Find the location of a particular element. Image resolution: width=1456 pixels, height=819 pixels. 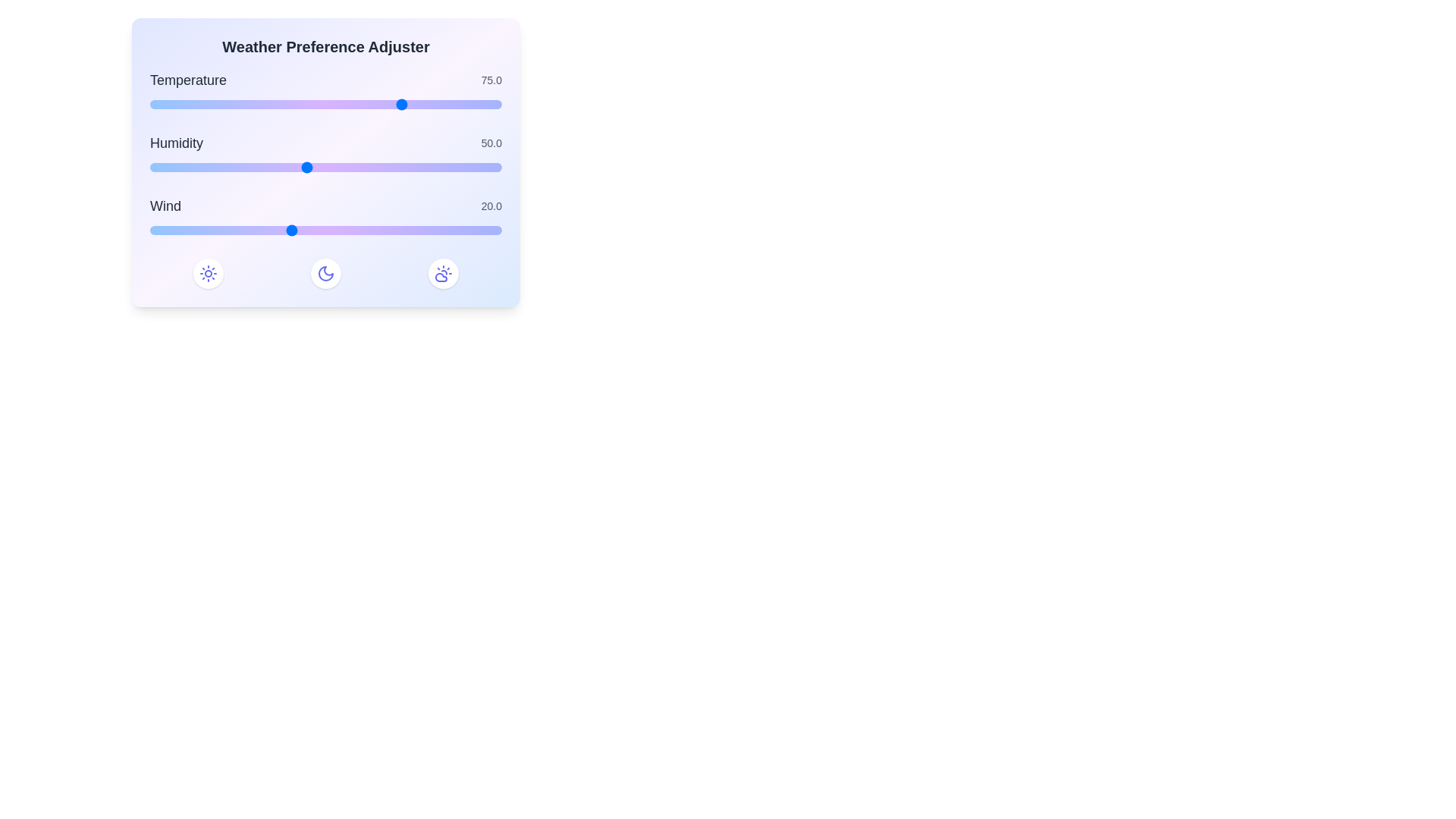

wind value is located at coordinates (234, 231).